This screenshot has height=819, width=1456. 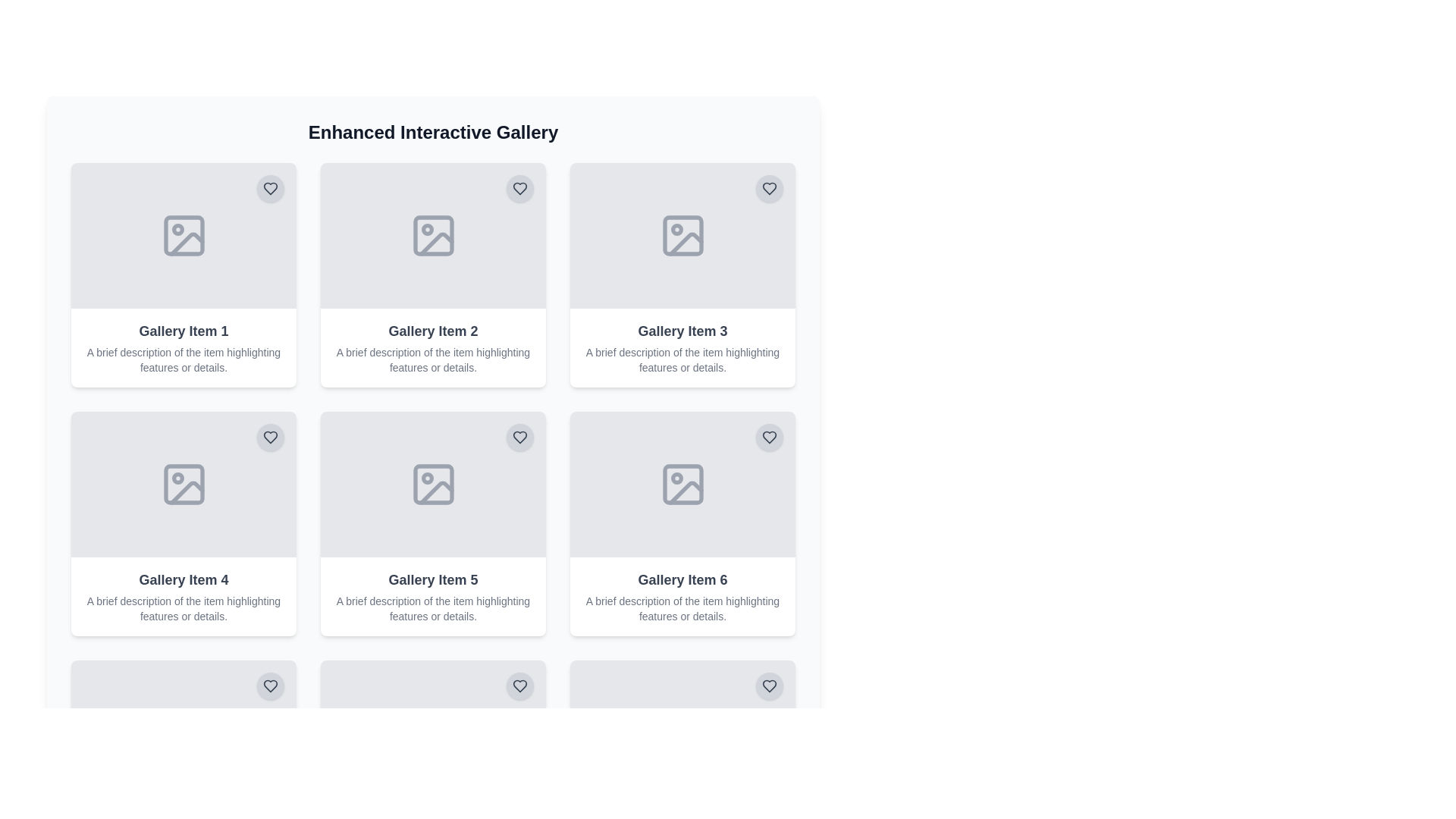 I want to click on the 'like' or 'favorite' button located at the top right corner of the card labeled 'Gallery Item 6', so click(x=769, y=438).